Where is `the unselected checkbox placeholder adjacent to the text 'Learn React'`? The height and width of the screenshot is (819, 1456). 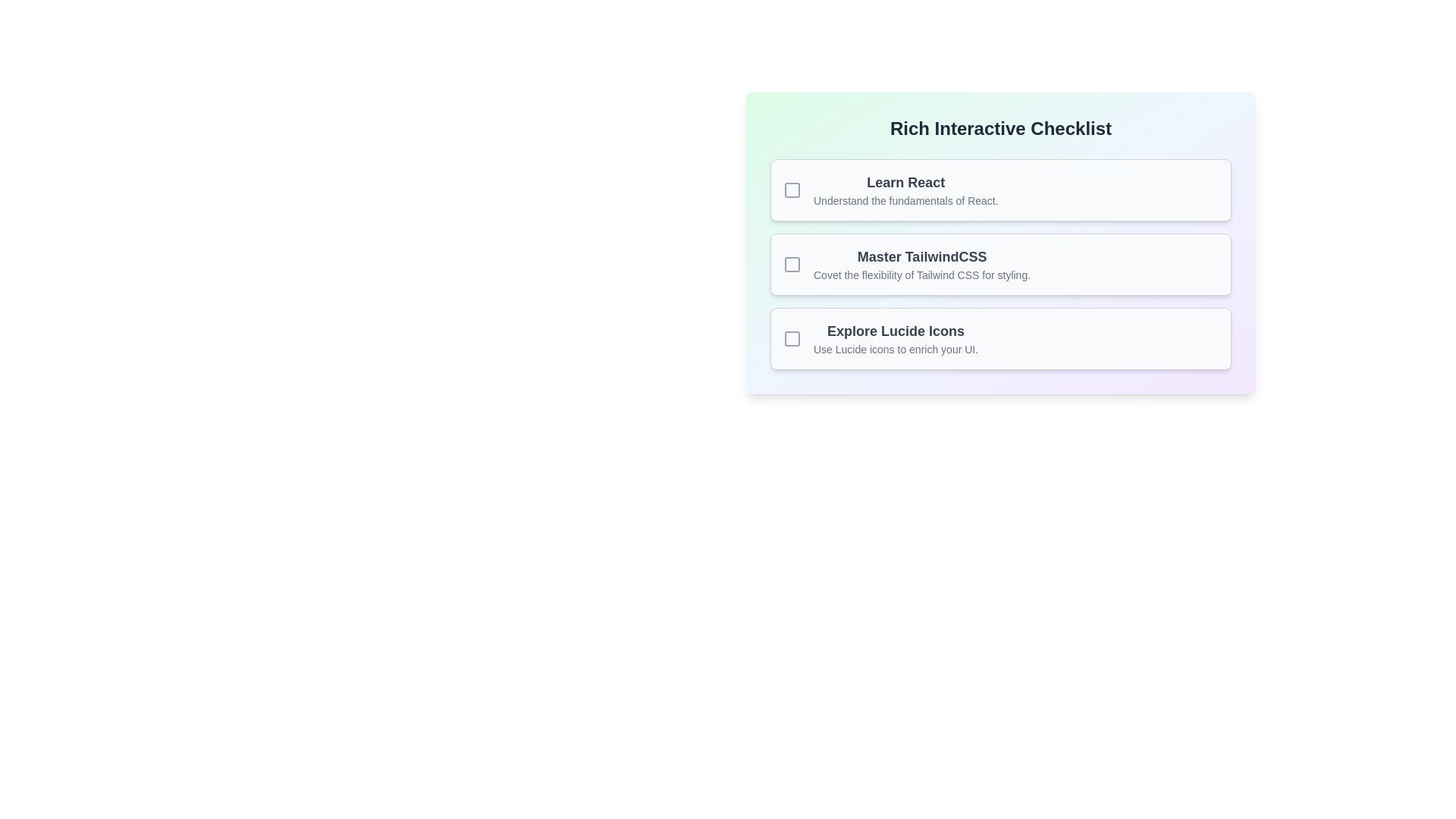
the unselected checkbox placeholder adjacent to the text 'Learn React' is located at coordinates (792, 189).